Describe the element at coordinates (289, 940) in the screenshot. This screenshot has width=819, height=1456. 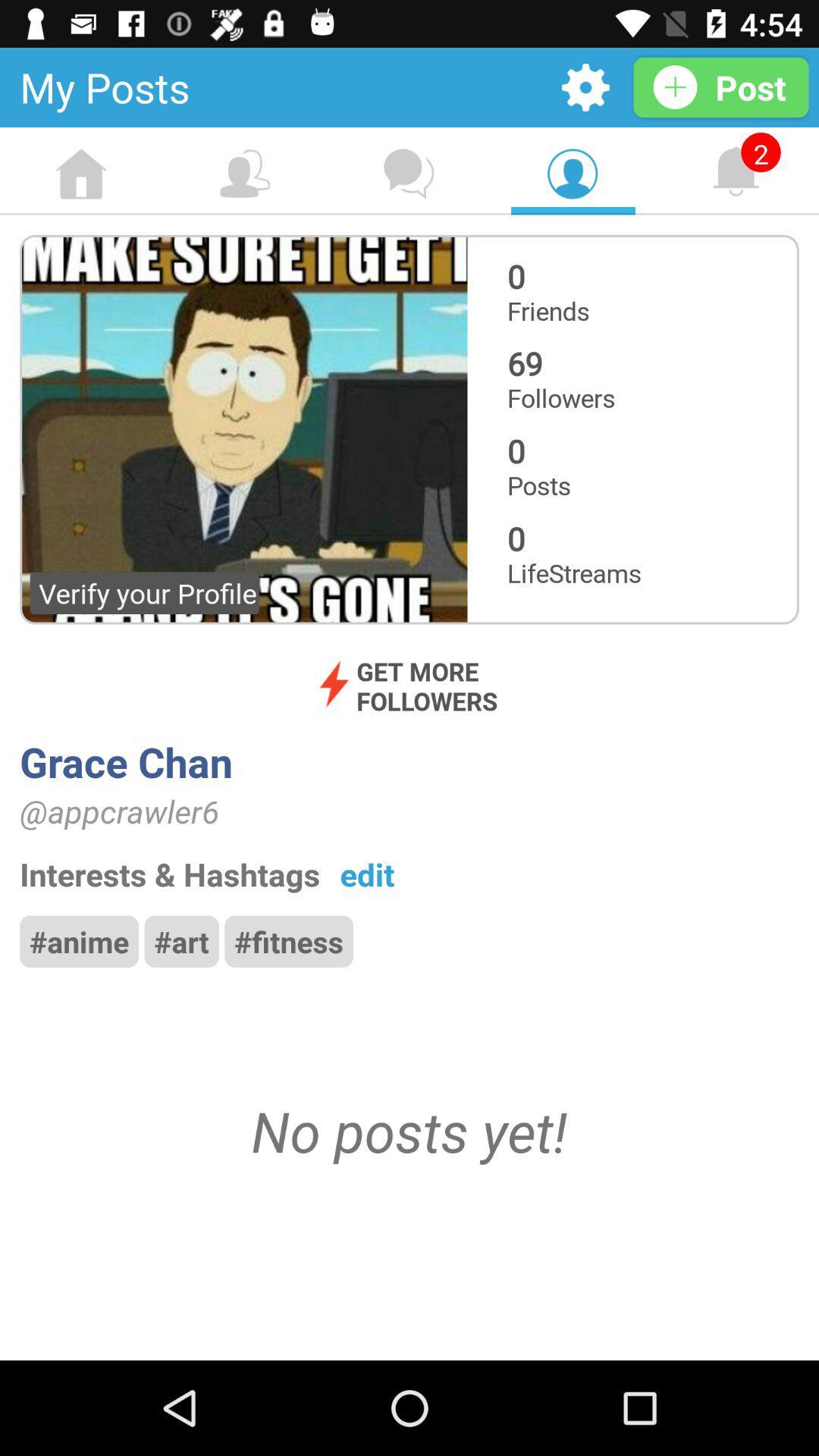
I see `the item to the right of #art icon` at that location.